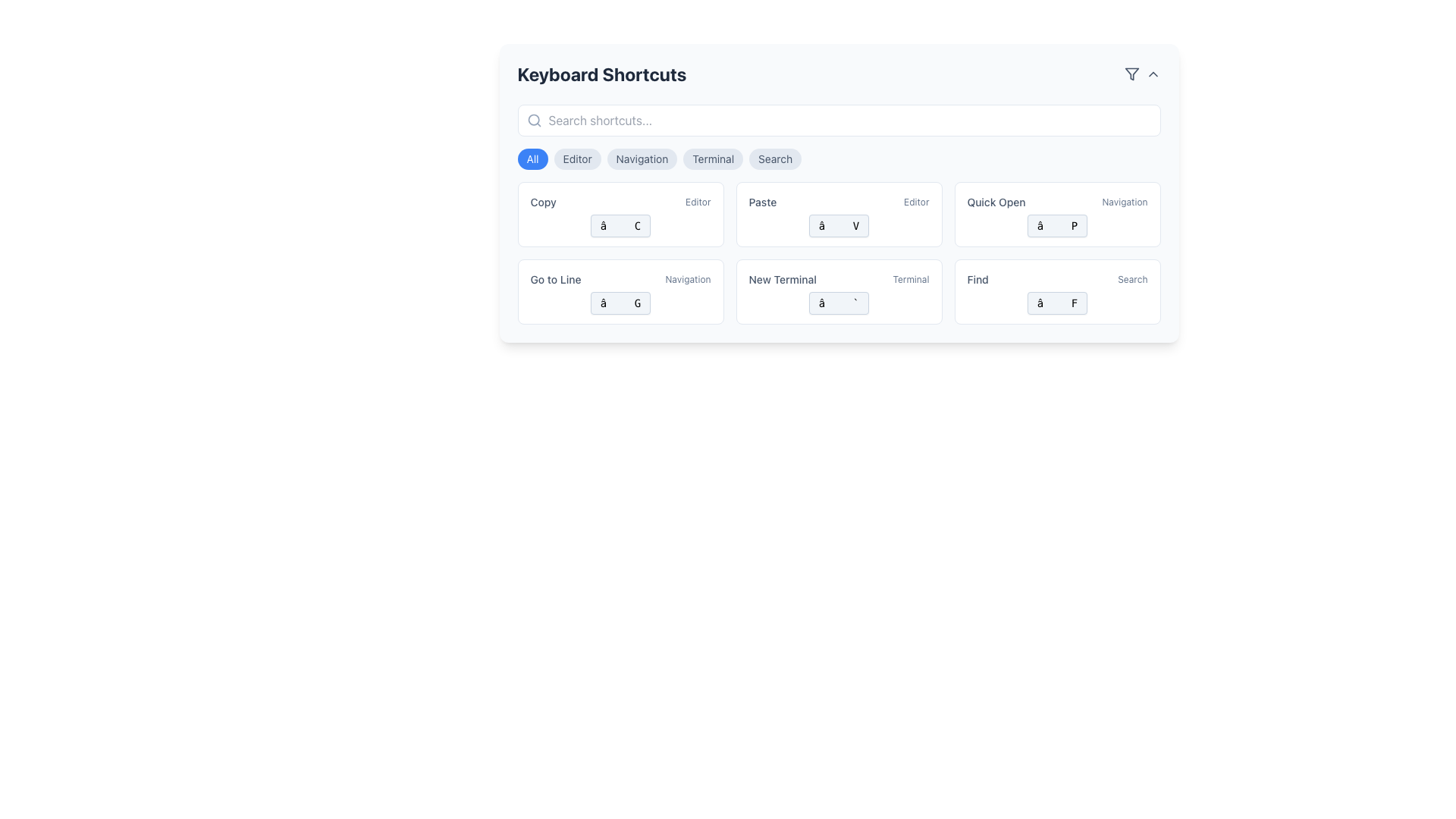  What do you see at coordinates (762, 201) in the screenshot?
I see `the descriptive text label indicating the functionality of an associated keyboard shortcut in the 'Keyboard Shortcuts' interface, which is located to the left of the 'Editor' label` at bounding box center [762, 201].